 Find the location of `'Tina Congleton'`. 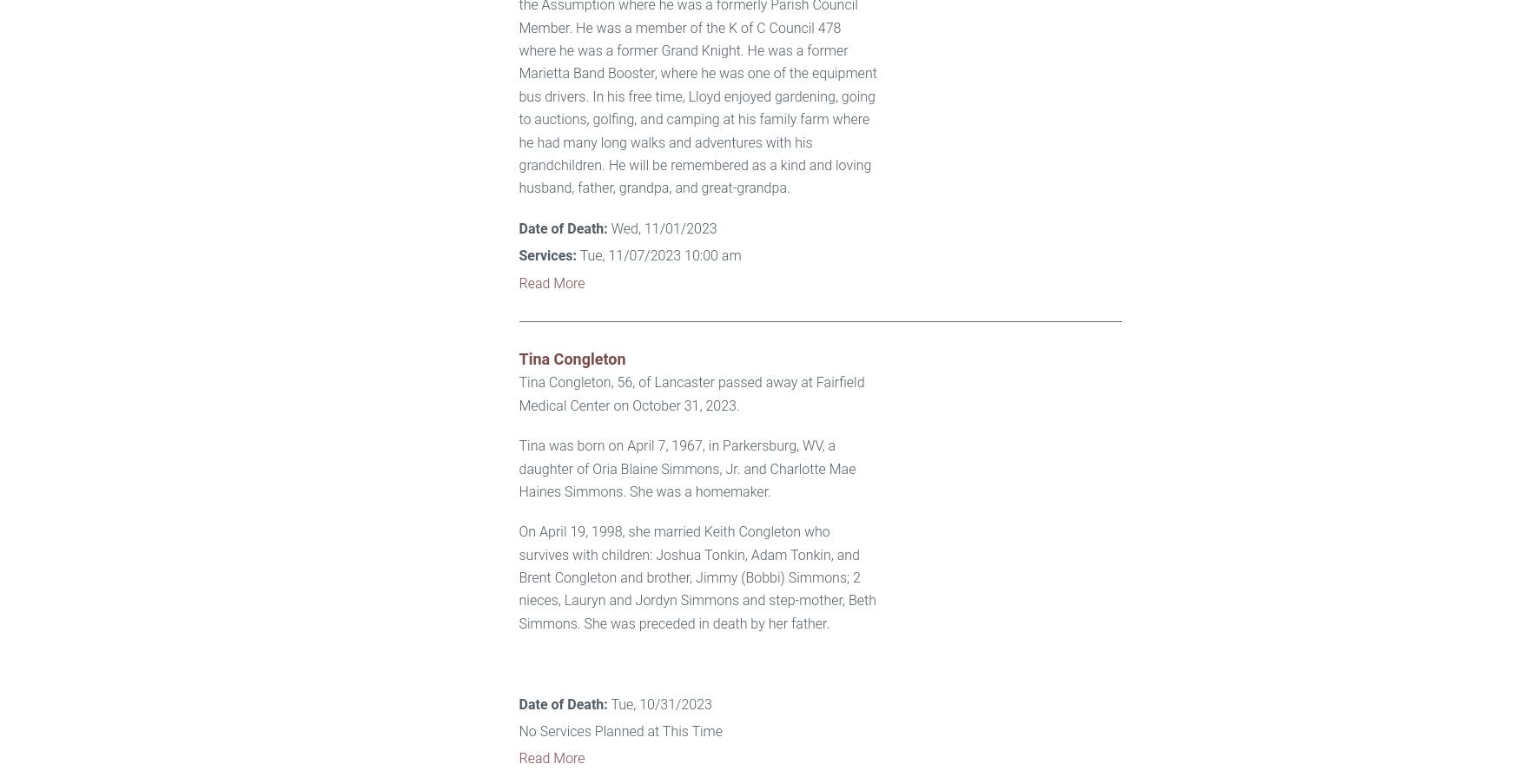

'Tina Congleton' is located at coordinates (571, 357).